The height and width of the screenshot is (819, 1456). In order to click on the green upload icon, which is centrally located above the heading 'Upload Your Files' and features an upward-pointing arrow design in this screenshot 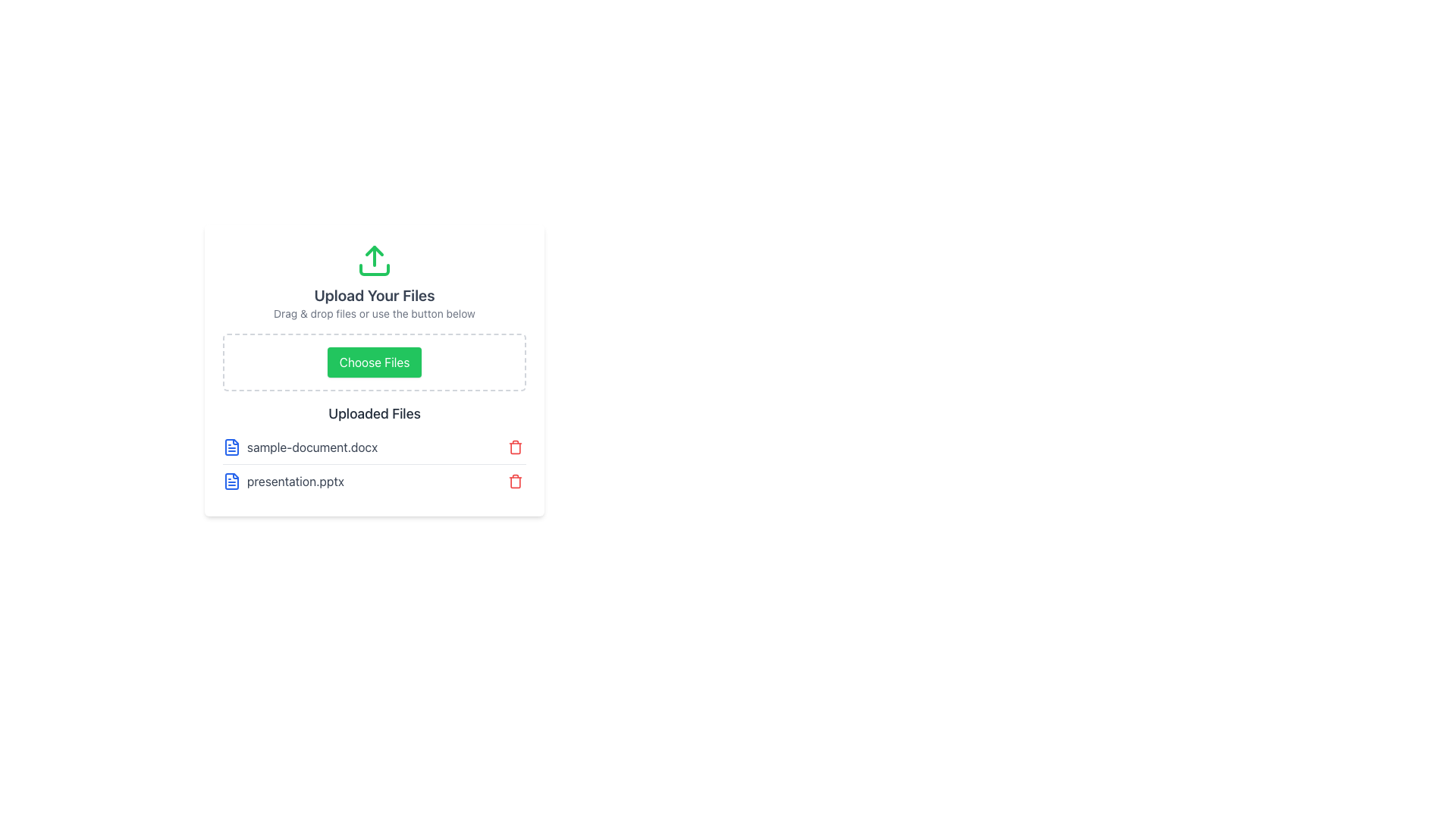, I will do `click(375, 259)`.